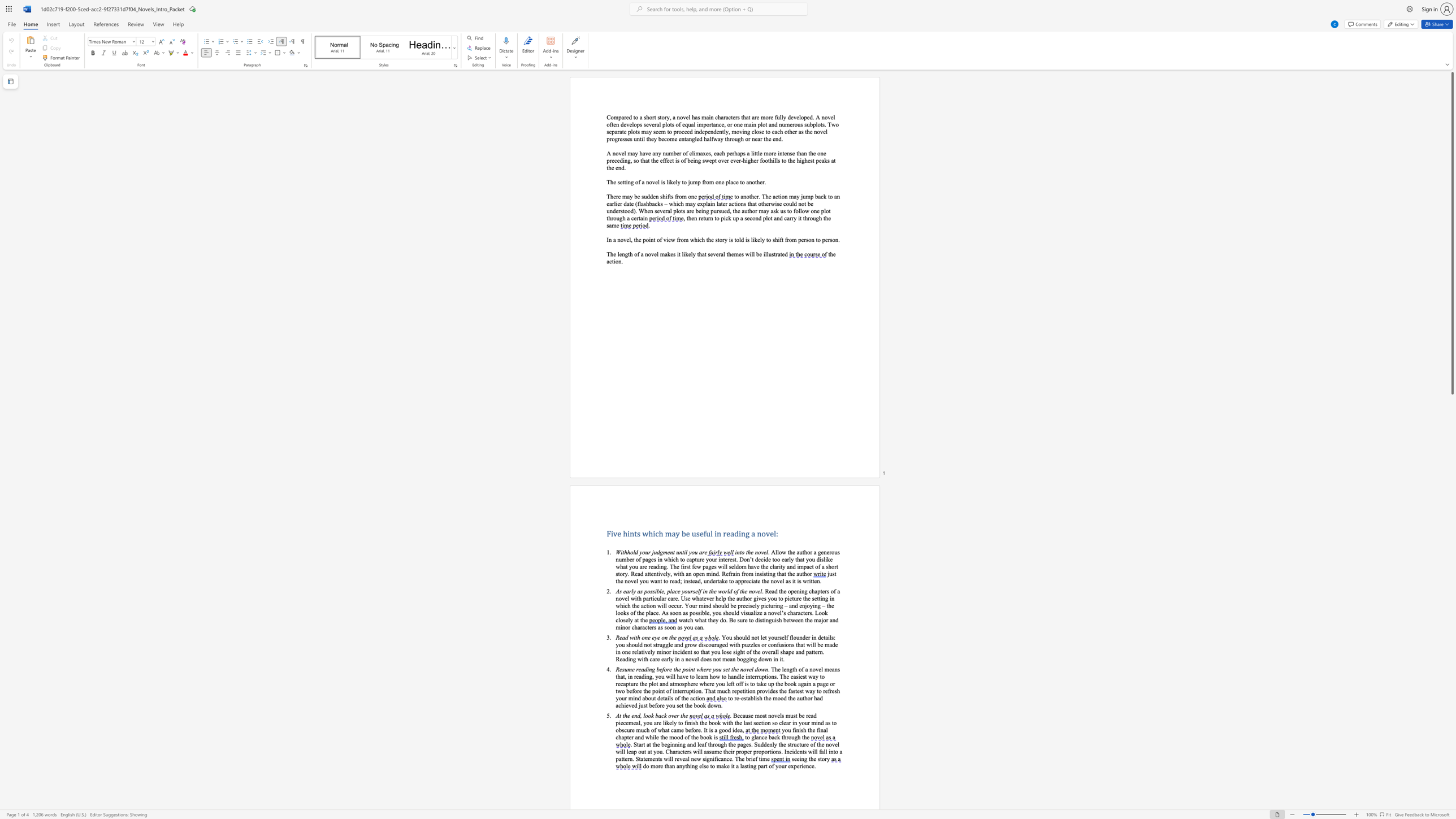 This screenshot has height=819, width=1456. What do you see at coordinates (731, 766) in the screenshot?
I see `the subset text "it a l" within the text "do more than anything else to make it a lasting part of your experience."` at bounding box center [731, 766].